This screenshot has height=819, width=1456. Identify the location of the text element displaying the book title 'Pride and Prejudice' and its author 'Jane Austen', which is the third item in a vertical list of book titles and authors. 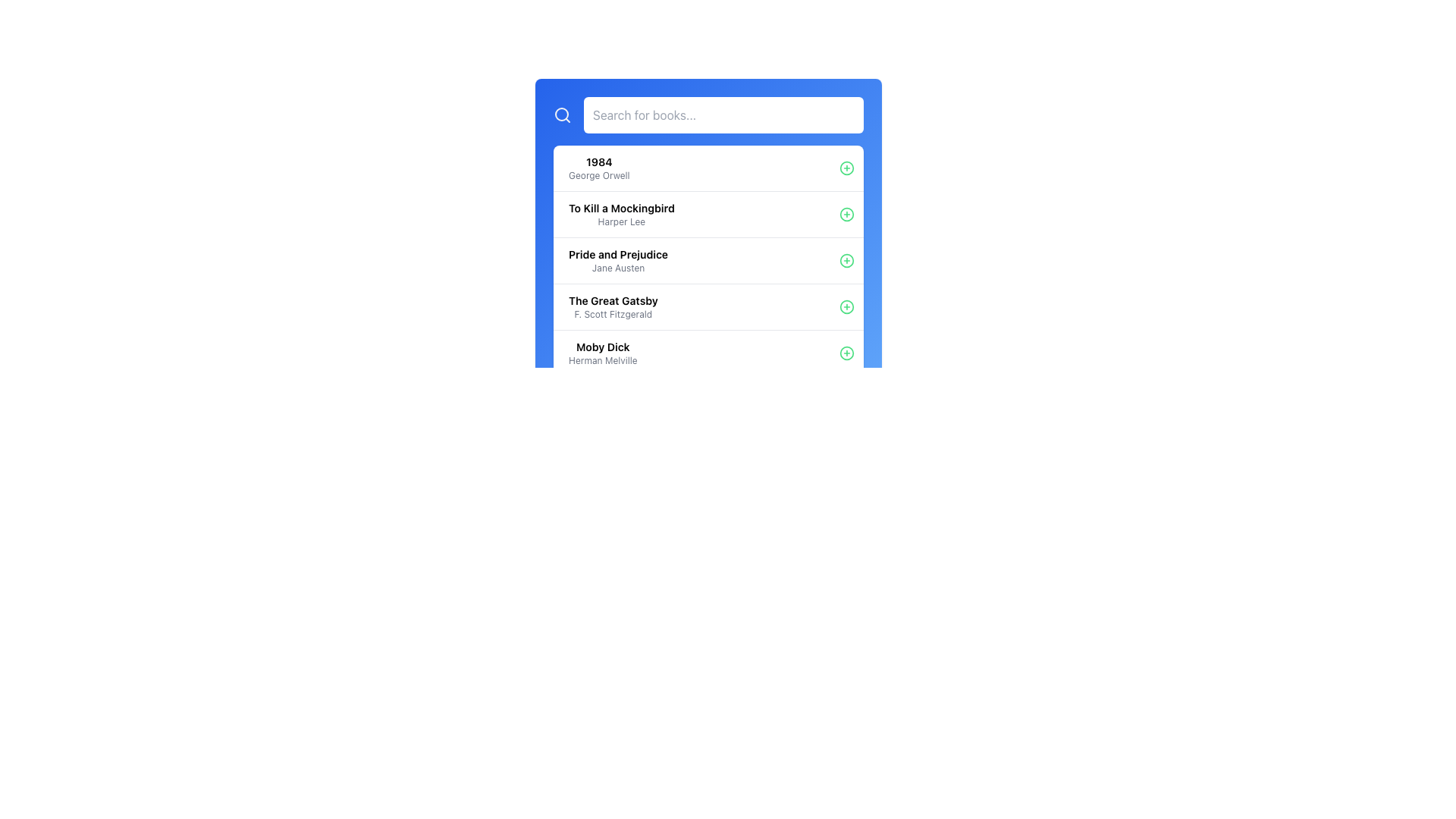
(618, 259).